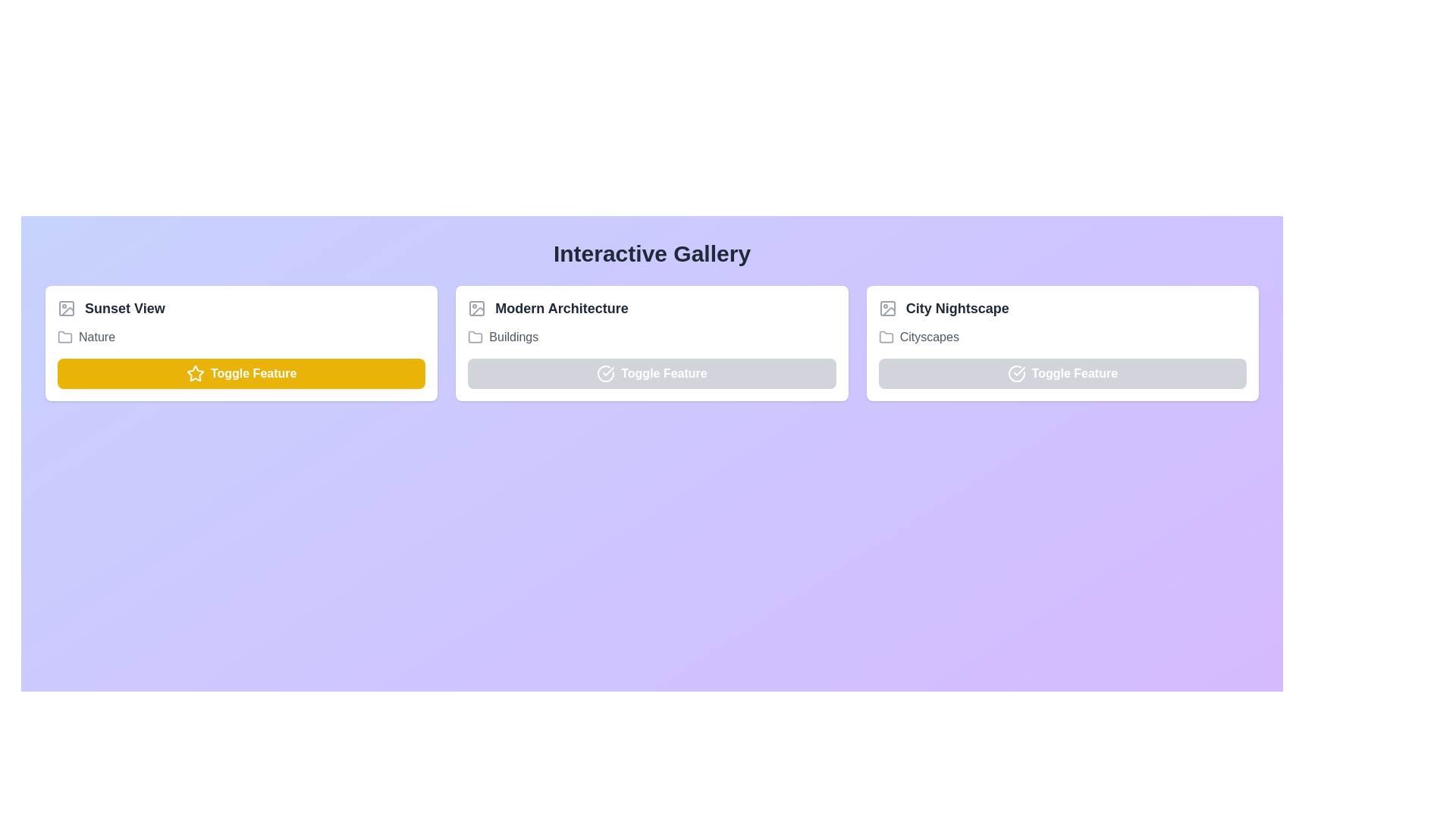 The height and width of the screenshot is (819, 1456). What do you see at coordinates (605, 374) in the screenshot?
I see `the SVG graphics component located centrally within the 'Toggle Feature' button beneath the 'Modern Architecture' card` at bounding box center [605, 374].